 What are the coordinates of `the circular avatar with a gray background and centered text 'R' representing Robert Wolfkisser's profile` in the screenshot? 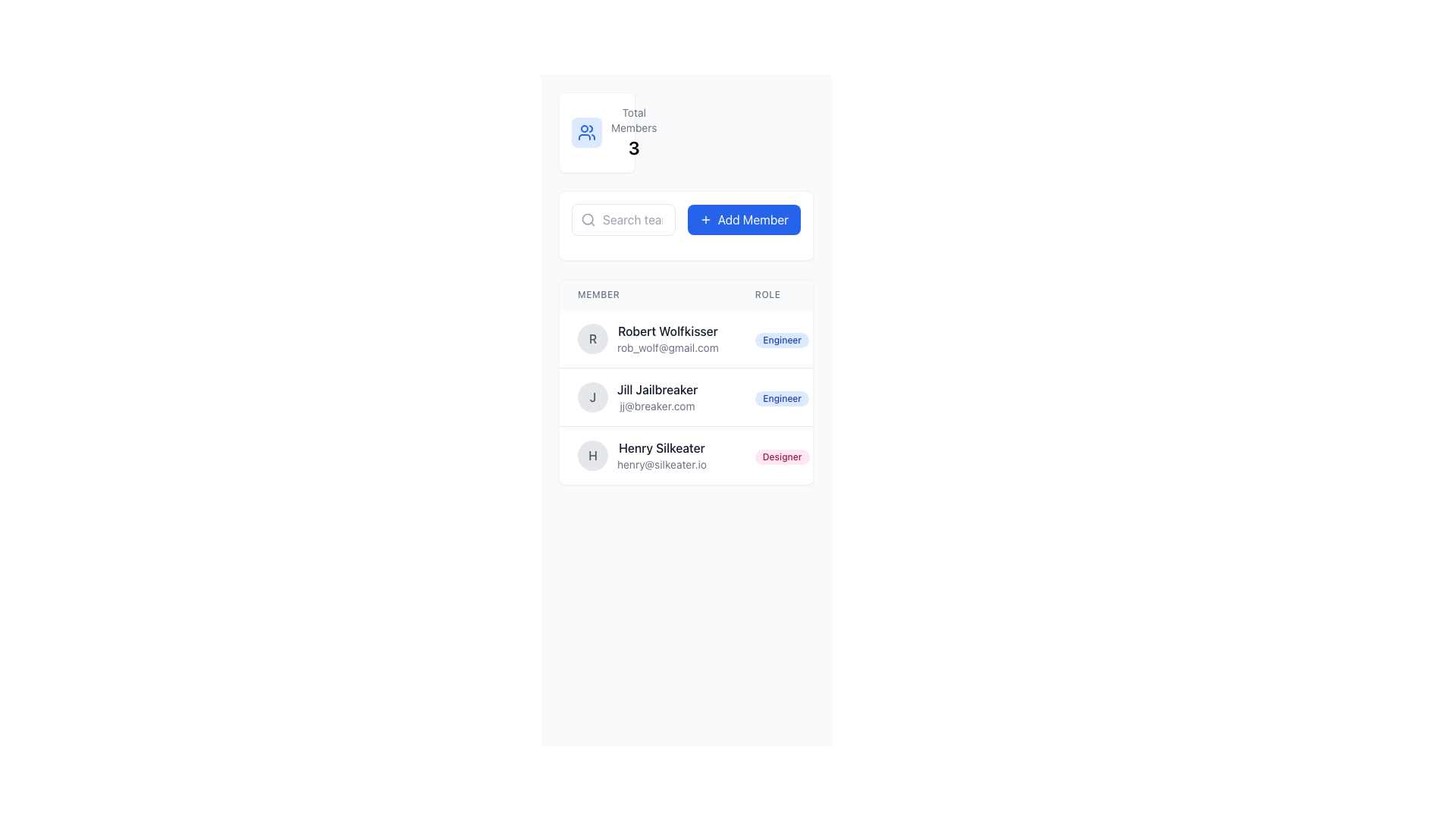 It's located at (592, 338).